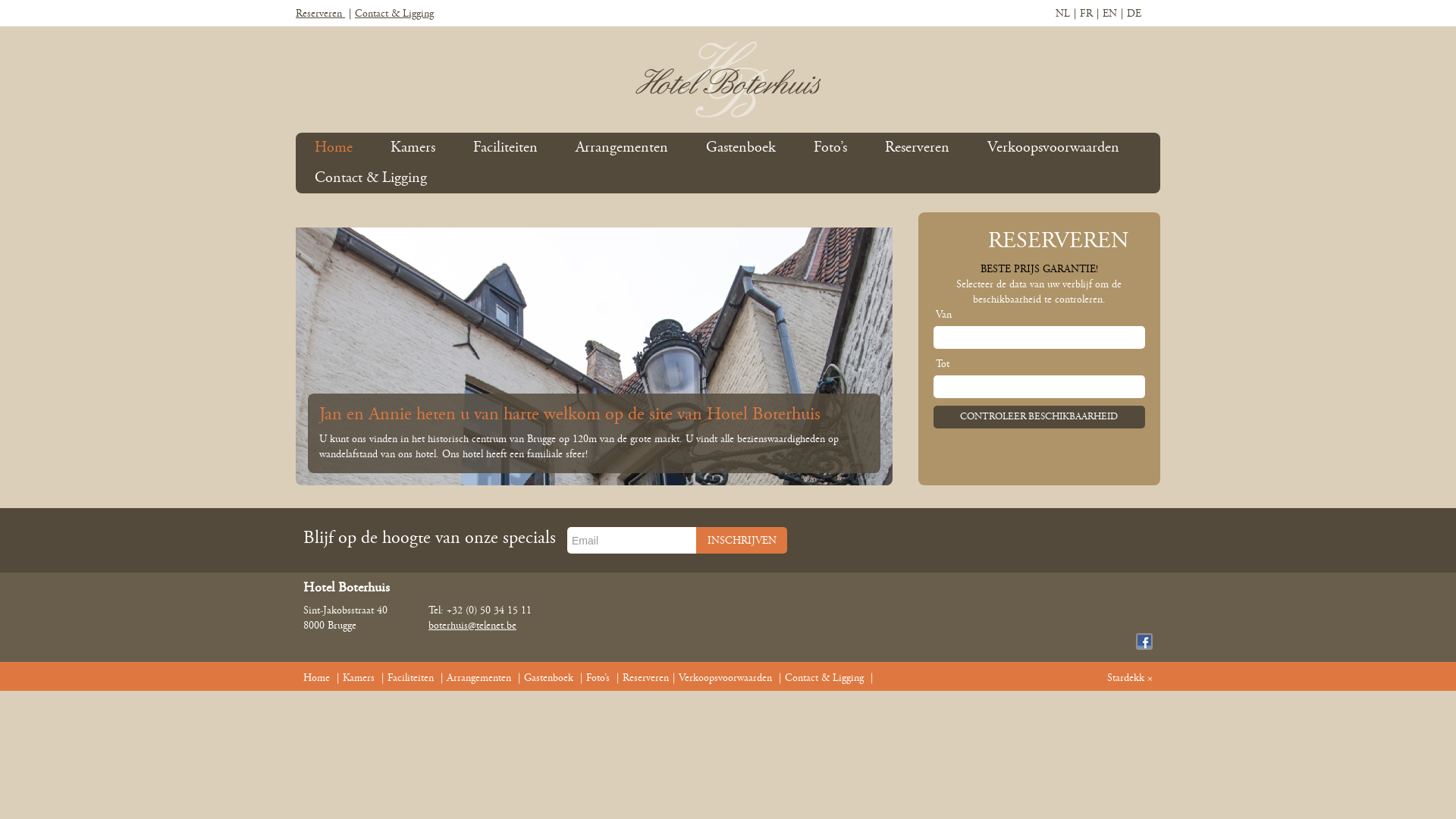  Describe the element at coordinates (728, 79) in the screenshot. I see `'Hotel Boterhuis'` at that location.